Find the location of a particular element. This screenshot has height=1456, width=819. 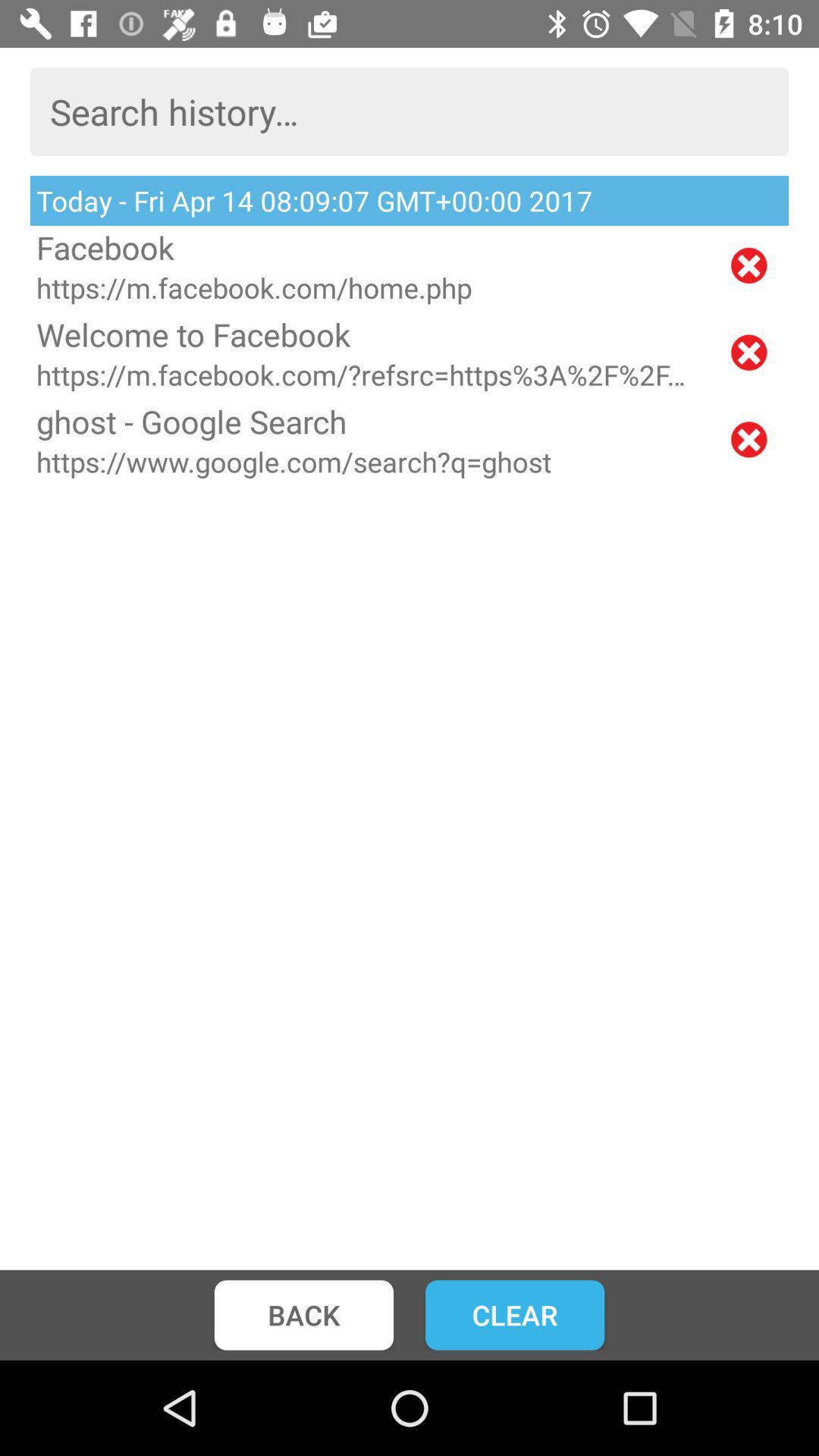

clear specific search history is located at coordinates (748, 438).